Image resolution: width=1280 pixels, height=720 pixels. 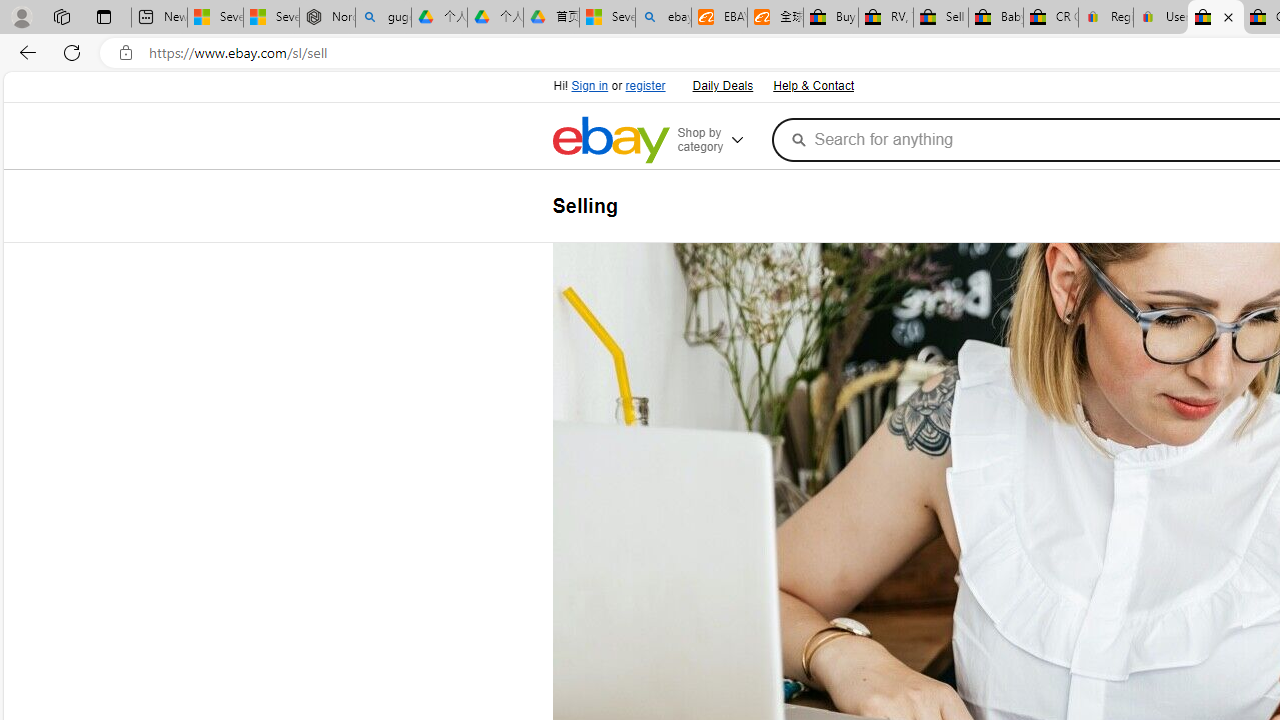 I want to click on 'eBay Home', so click(x=609, y=139).